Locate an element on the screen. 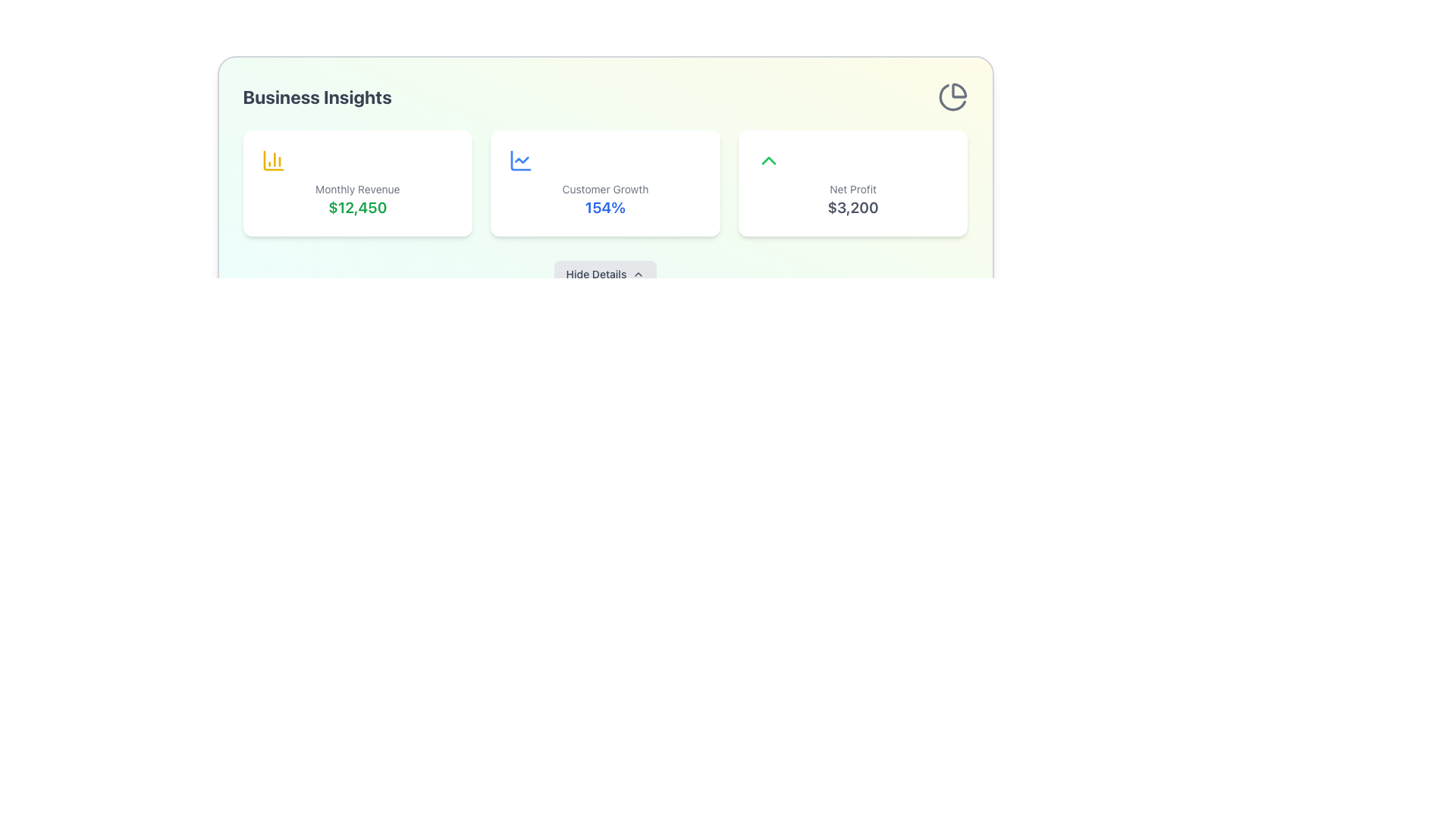  the Text Label located at the top of the rightmost card, which describes the monetary value displayed below it ('$3,200') is located at coordinates (853, 189).